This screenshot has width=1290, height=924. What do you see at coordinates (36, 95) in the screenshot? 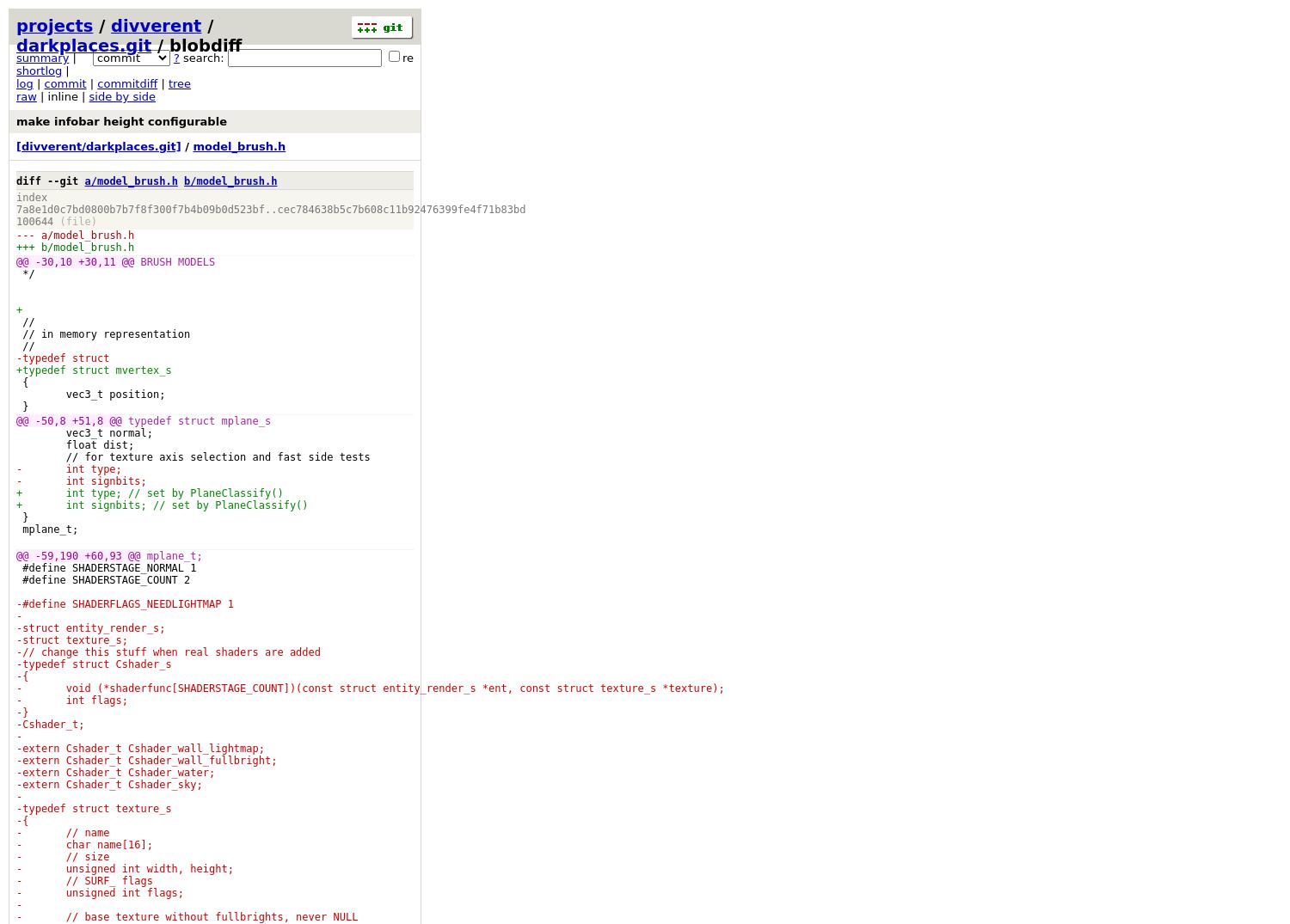
I see `'| inline |'` at bounding box center [36, 95].